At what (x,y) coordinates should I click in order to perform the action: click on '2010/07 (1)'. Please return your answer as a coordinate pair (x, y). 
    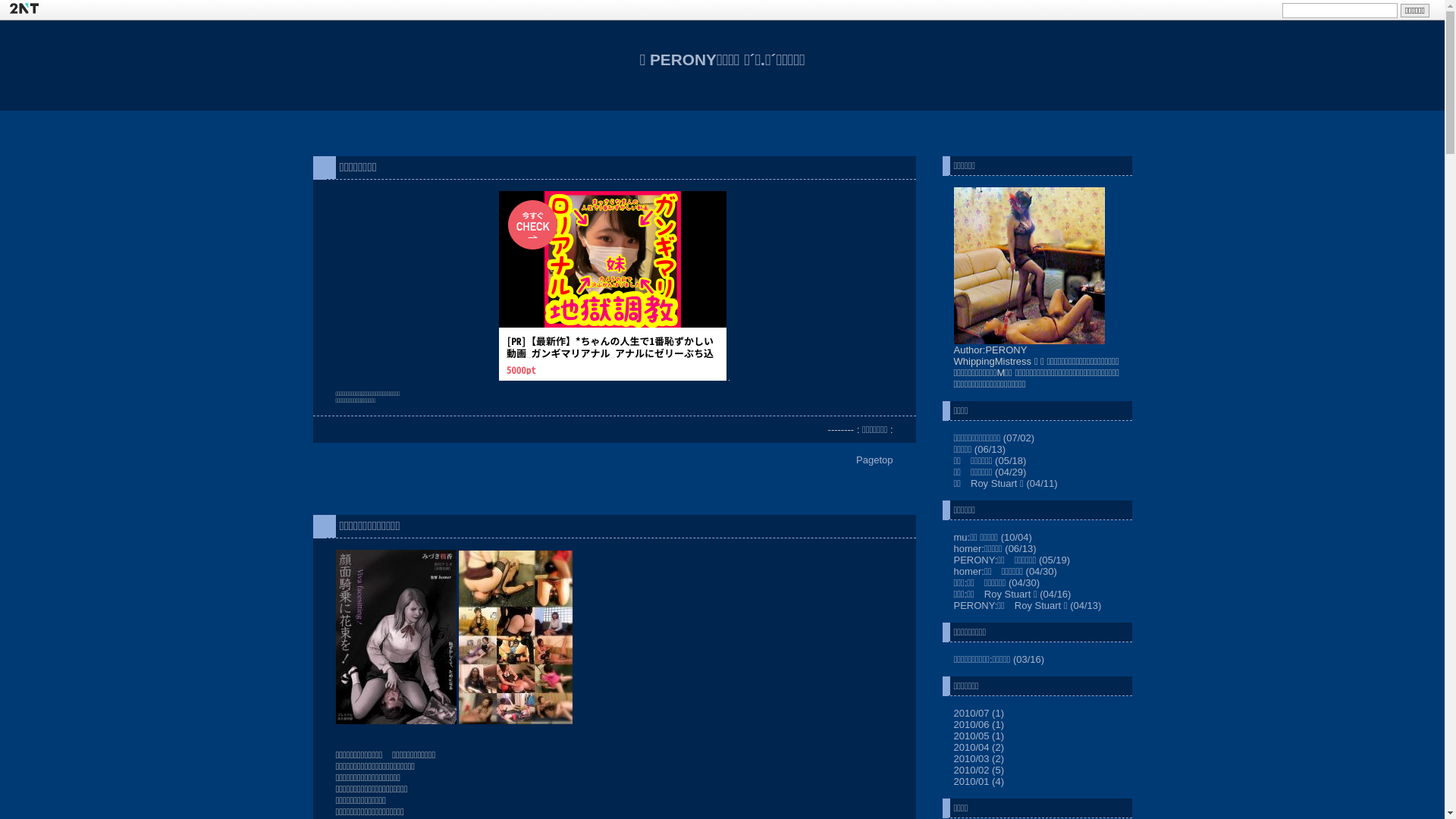
    Looking at the image, I should click on (979, 713).